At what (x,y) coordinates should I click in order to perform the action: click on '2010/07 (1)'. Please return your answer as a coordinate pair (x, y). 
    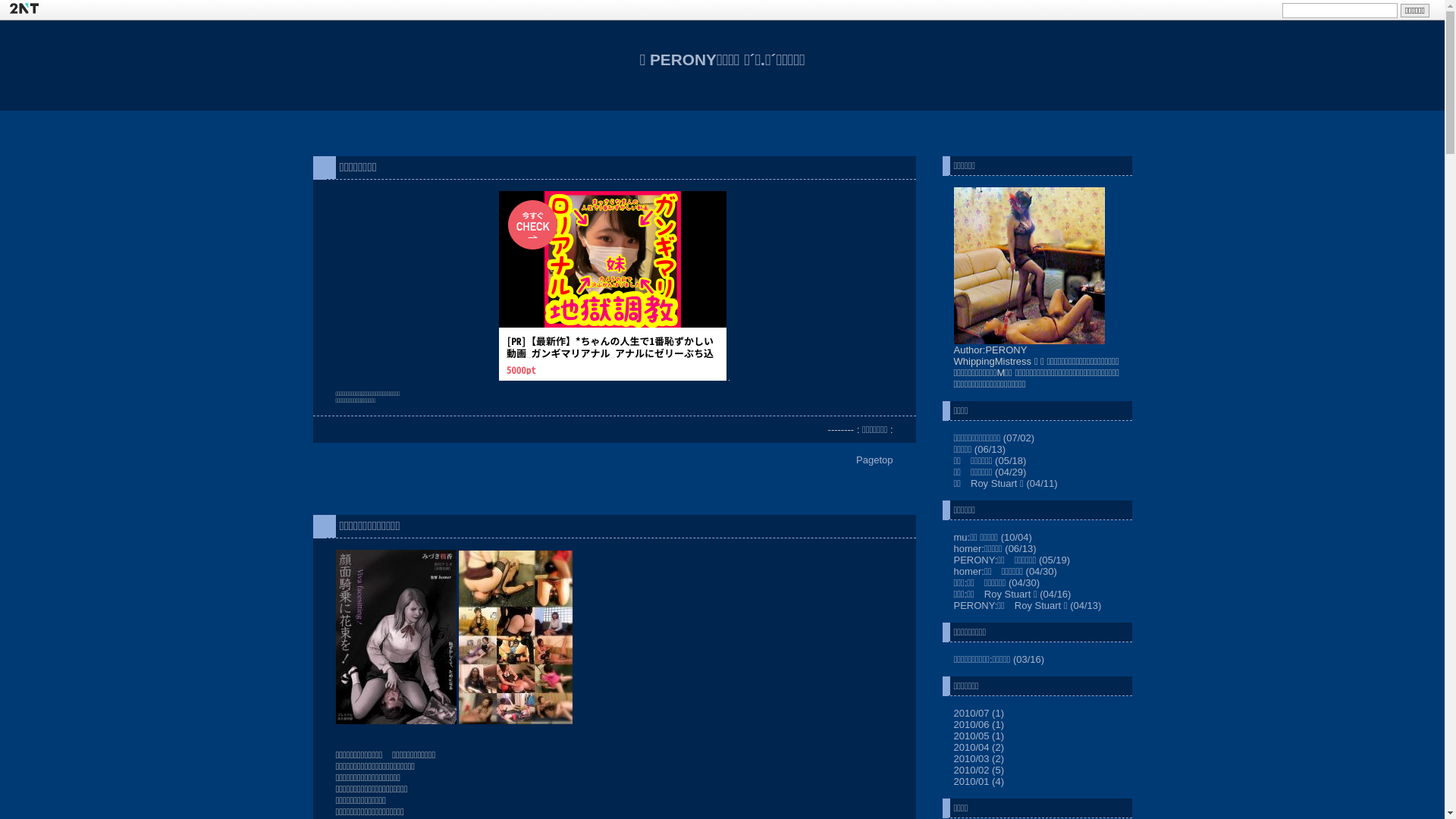
    Looking at the image, I should click on (979, 713).